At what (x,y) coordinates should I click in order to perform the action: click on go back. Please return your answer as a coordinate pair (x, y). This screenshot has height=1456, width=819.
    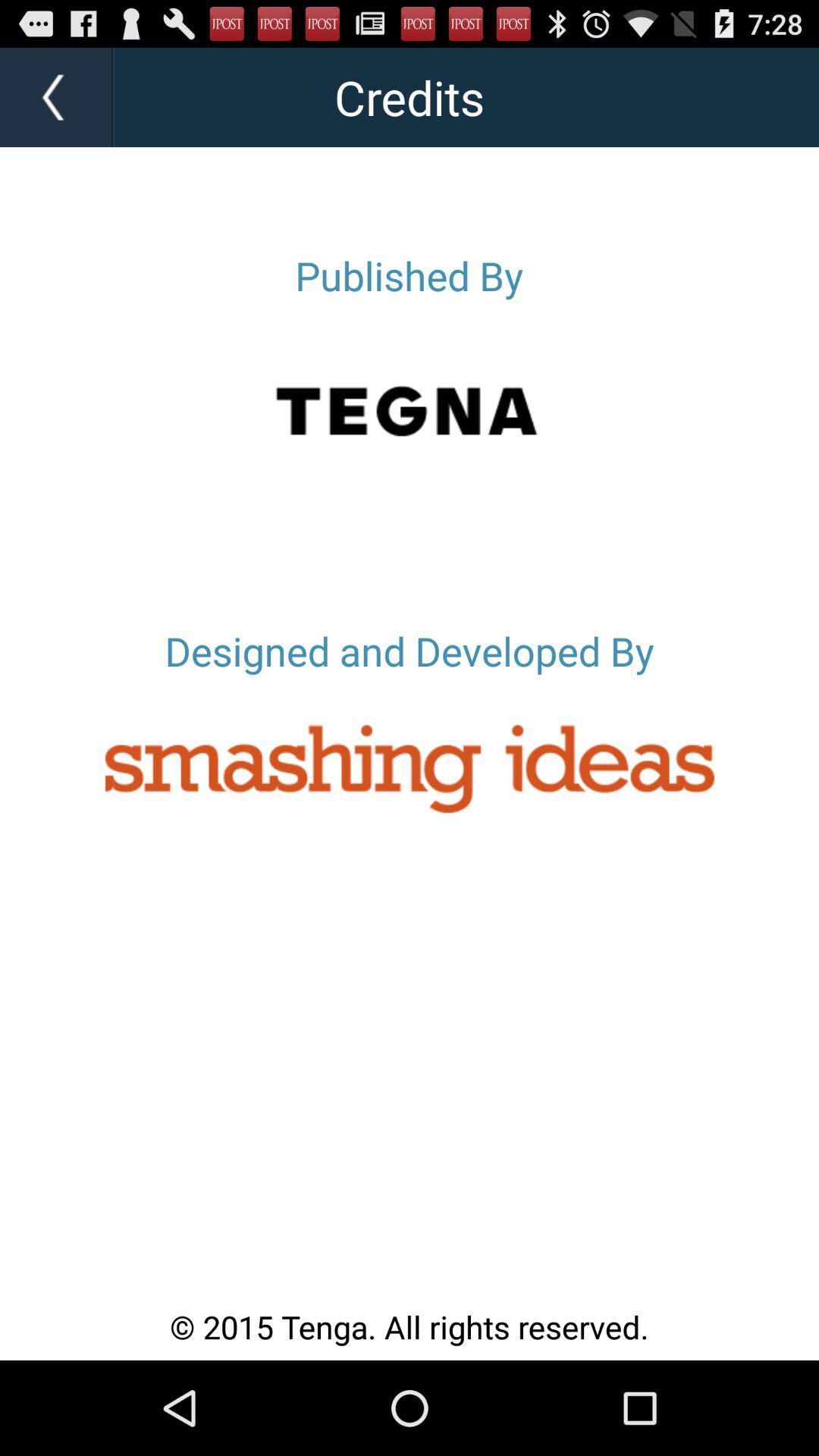
    Looking at the image, I should click on (56, 96).